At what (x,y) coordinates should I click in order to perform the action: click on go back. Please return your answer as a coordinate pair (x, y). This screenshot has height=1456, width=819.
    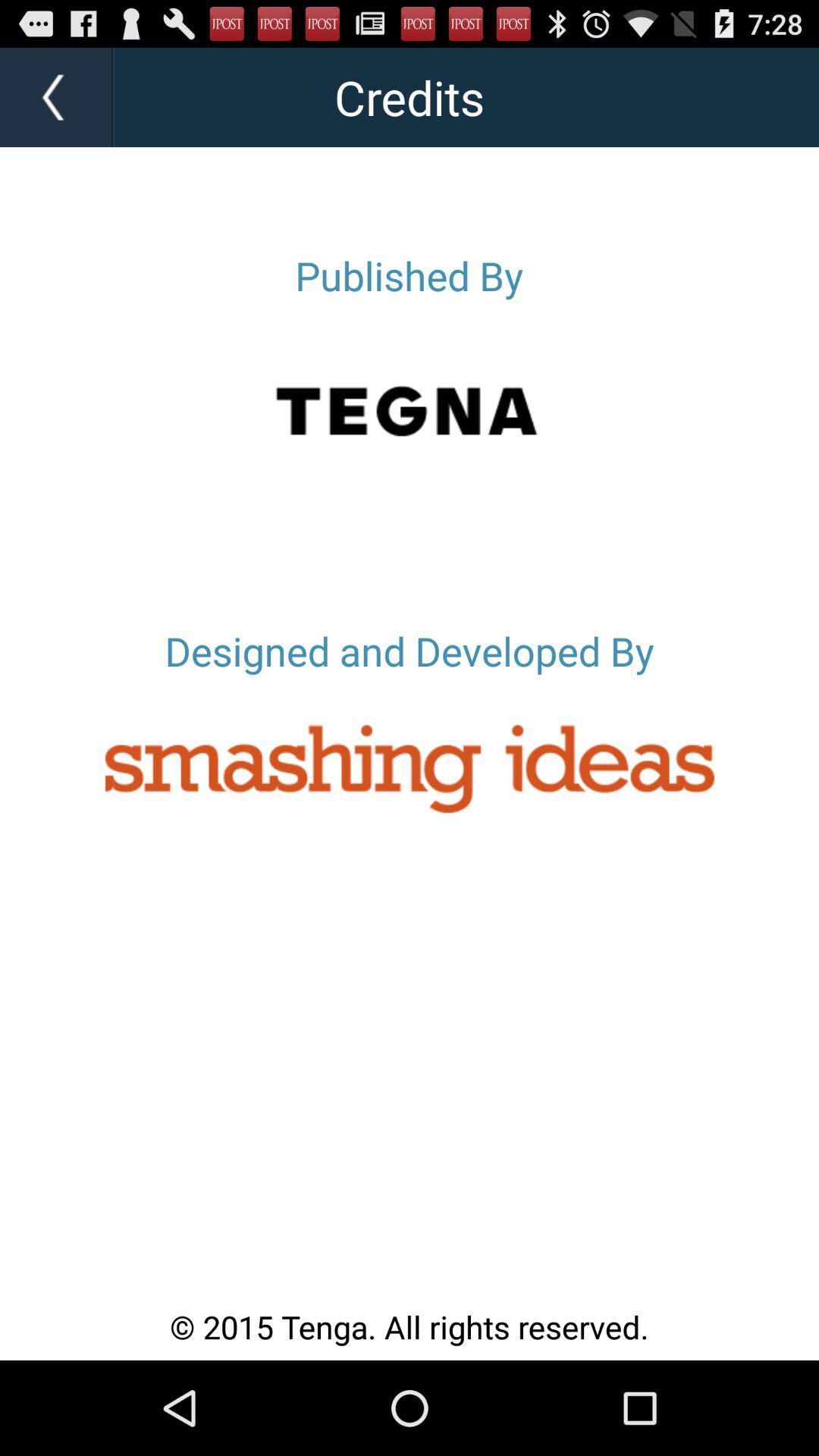
    Looking at the image, I should click on (56, 96).